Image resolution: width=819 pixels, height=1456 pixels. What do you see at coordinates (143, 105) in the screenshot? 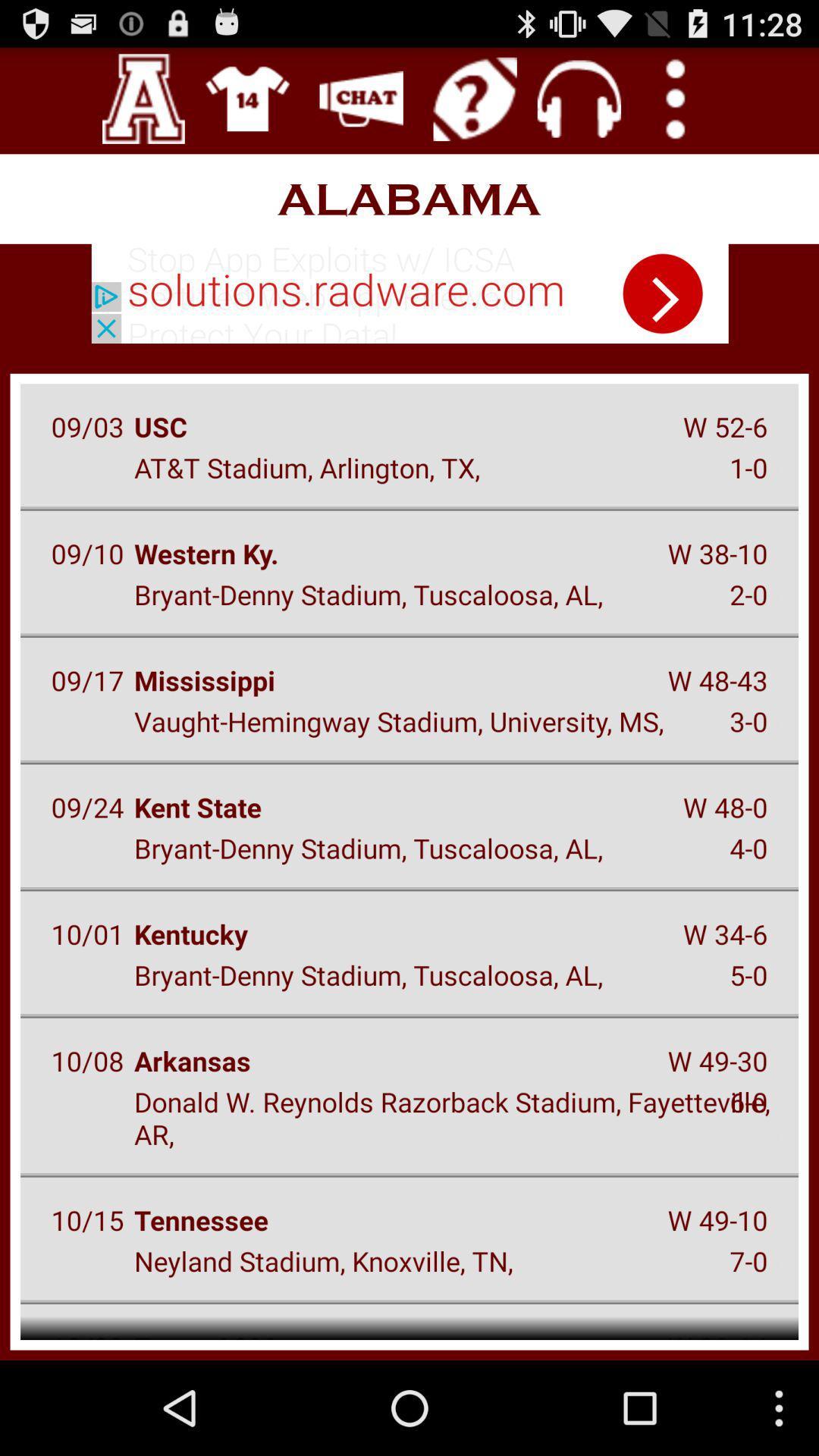
I see `the font icon` at bounding box center [143, 105].